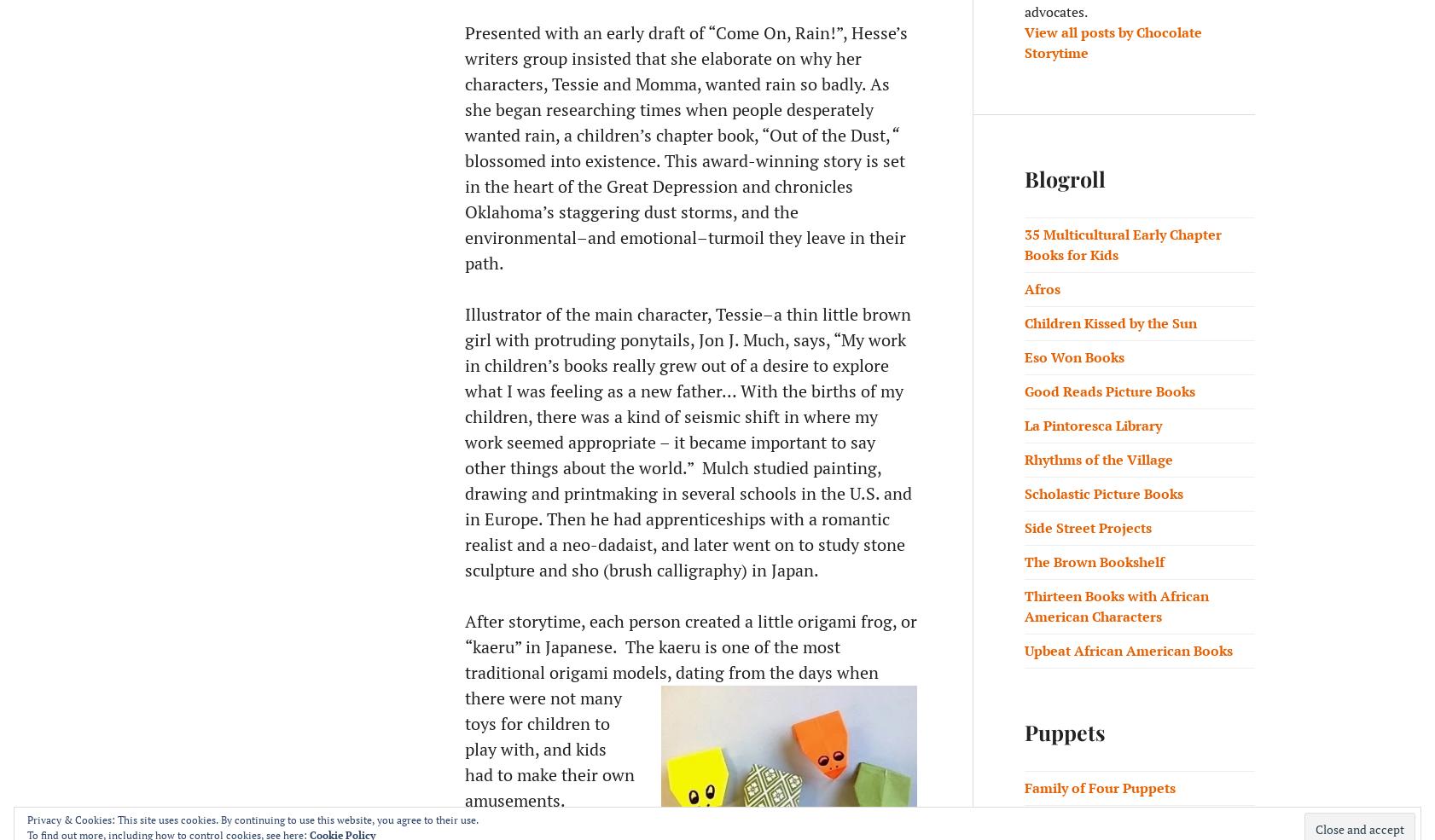 The width and height of the screenshot is (1435, 840). What do you see at coordinates (1111, 323) in the screenshot?
I see `'Children Kissed by the Sun'` at bounding box center [1111, 323].